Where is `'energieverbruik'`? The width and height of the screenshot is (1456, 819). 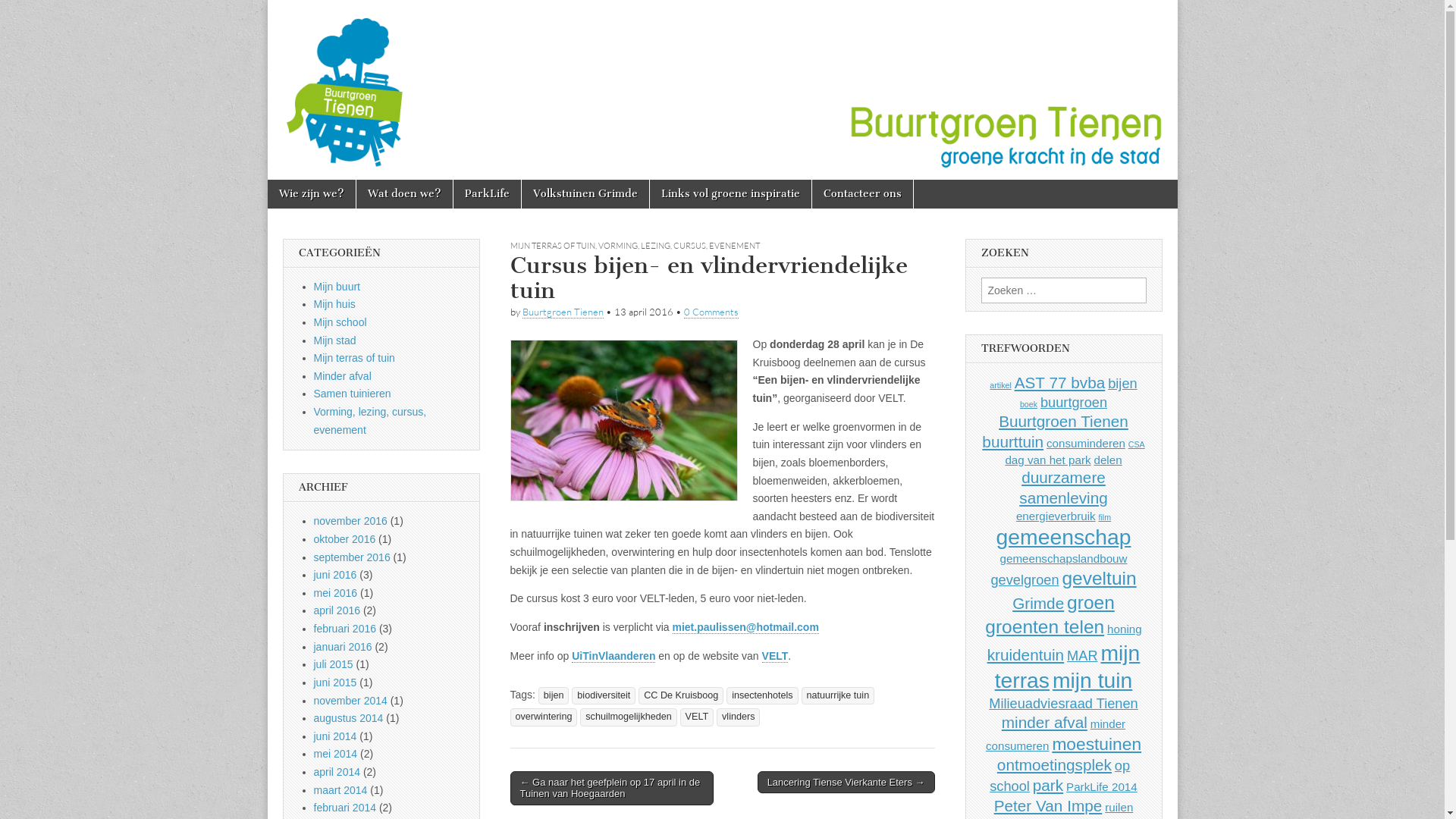
'energieverbruik' is located at coordinates (1055, 515).